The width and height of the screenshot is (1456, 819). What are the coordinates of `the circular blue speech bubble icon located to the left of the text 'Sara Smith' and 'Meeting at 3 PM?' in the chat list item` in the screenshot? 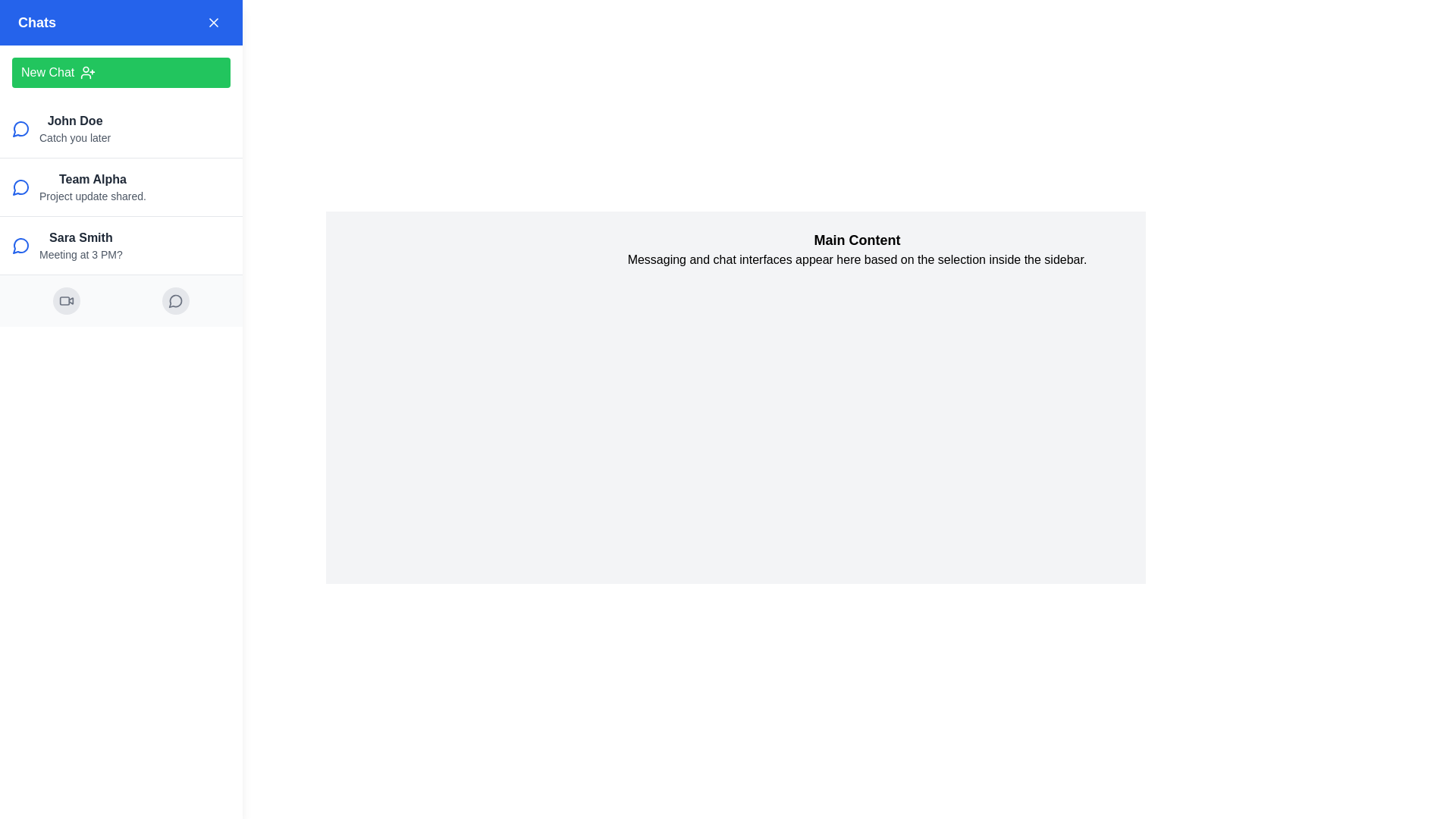 It's located at (21, 245).